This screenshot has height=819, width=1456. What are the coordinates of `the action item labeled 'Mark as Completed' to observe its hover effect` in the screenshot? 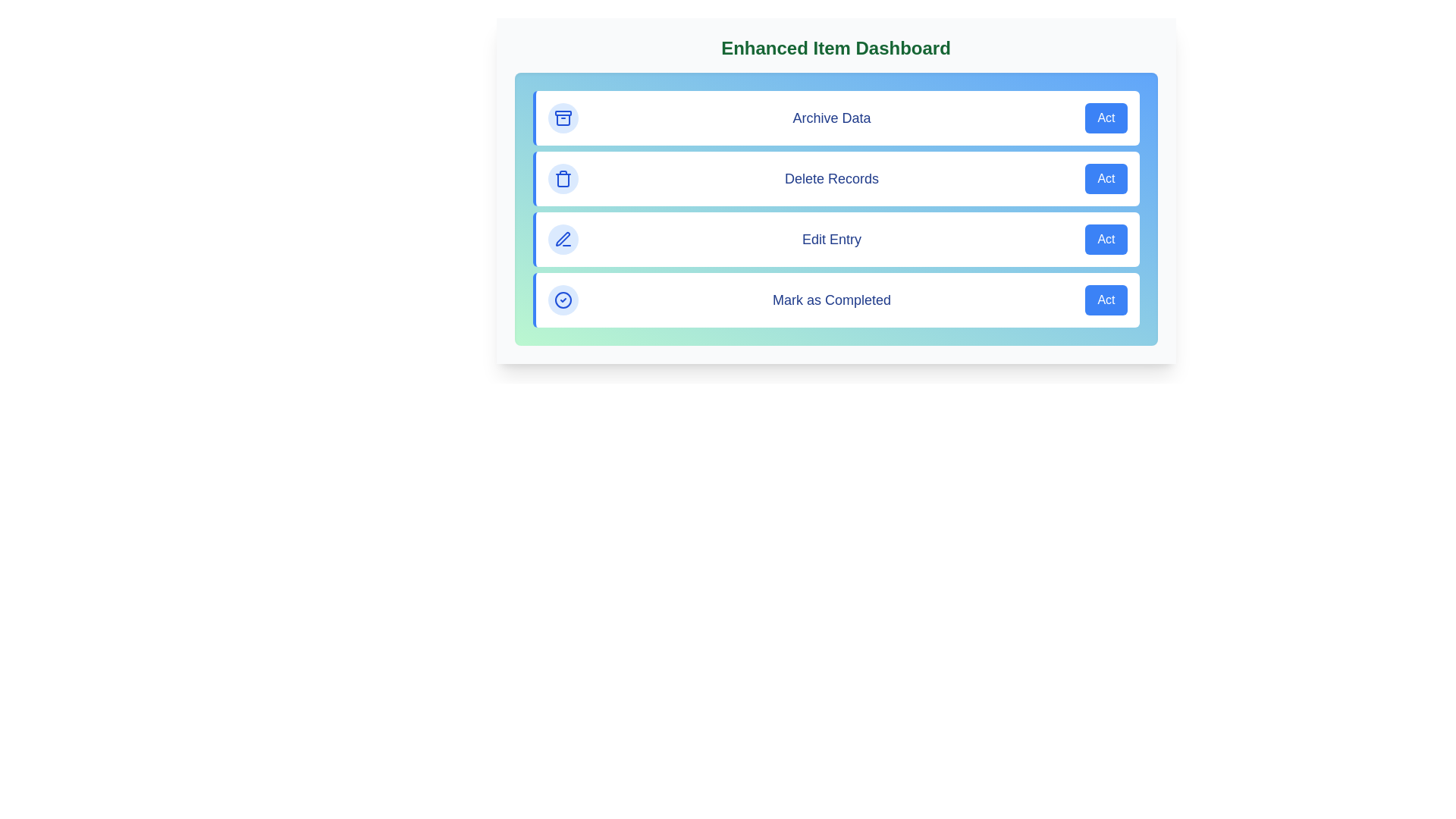 It's located at (835, 300).